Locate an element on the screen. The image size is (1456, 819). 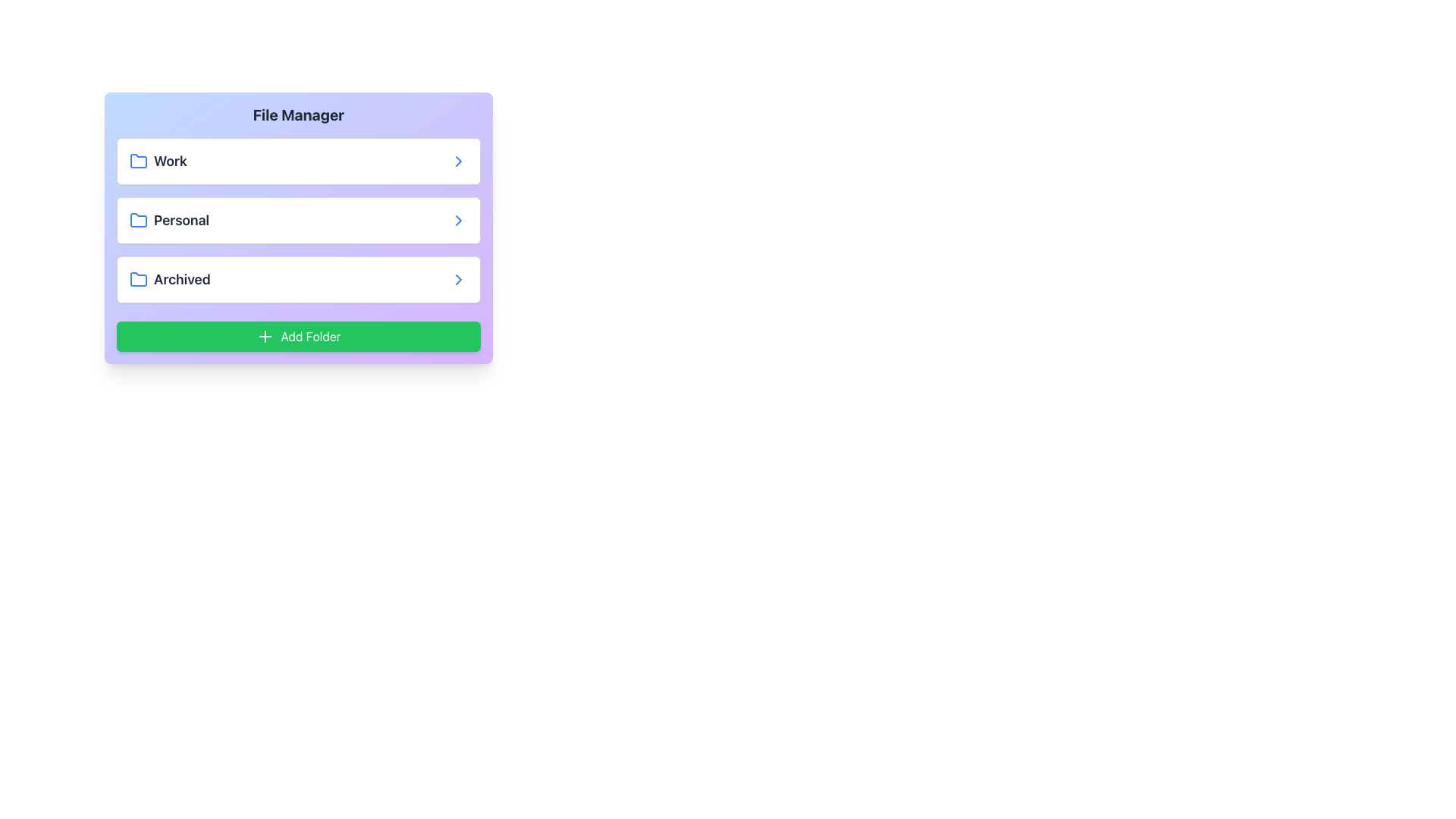
the top navigational item labeled 'Work' in the vertical list under the 'File Manager' title is located at coordinates (298, 161).